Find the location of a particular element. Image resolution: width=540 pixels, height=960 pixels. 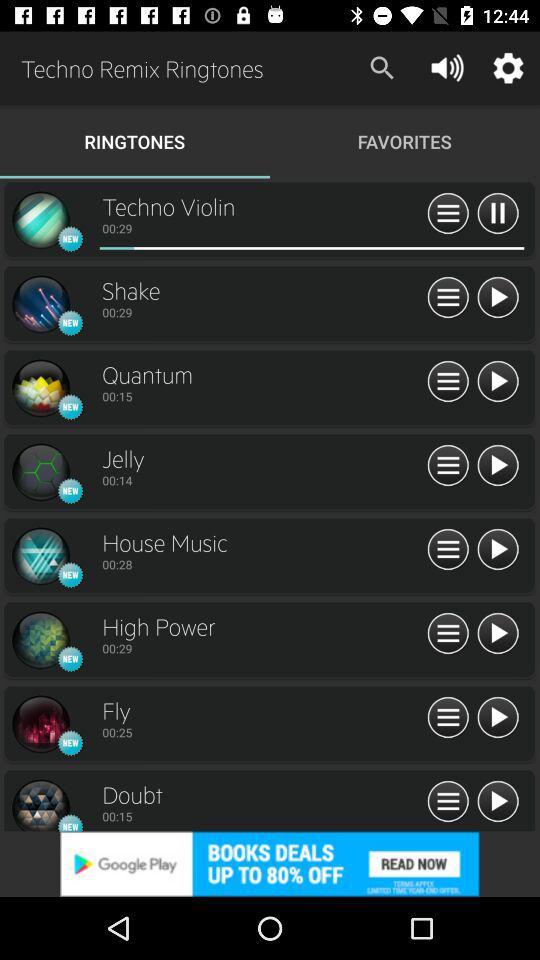

click start is located at coordinates (496, 466).